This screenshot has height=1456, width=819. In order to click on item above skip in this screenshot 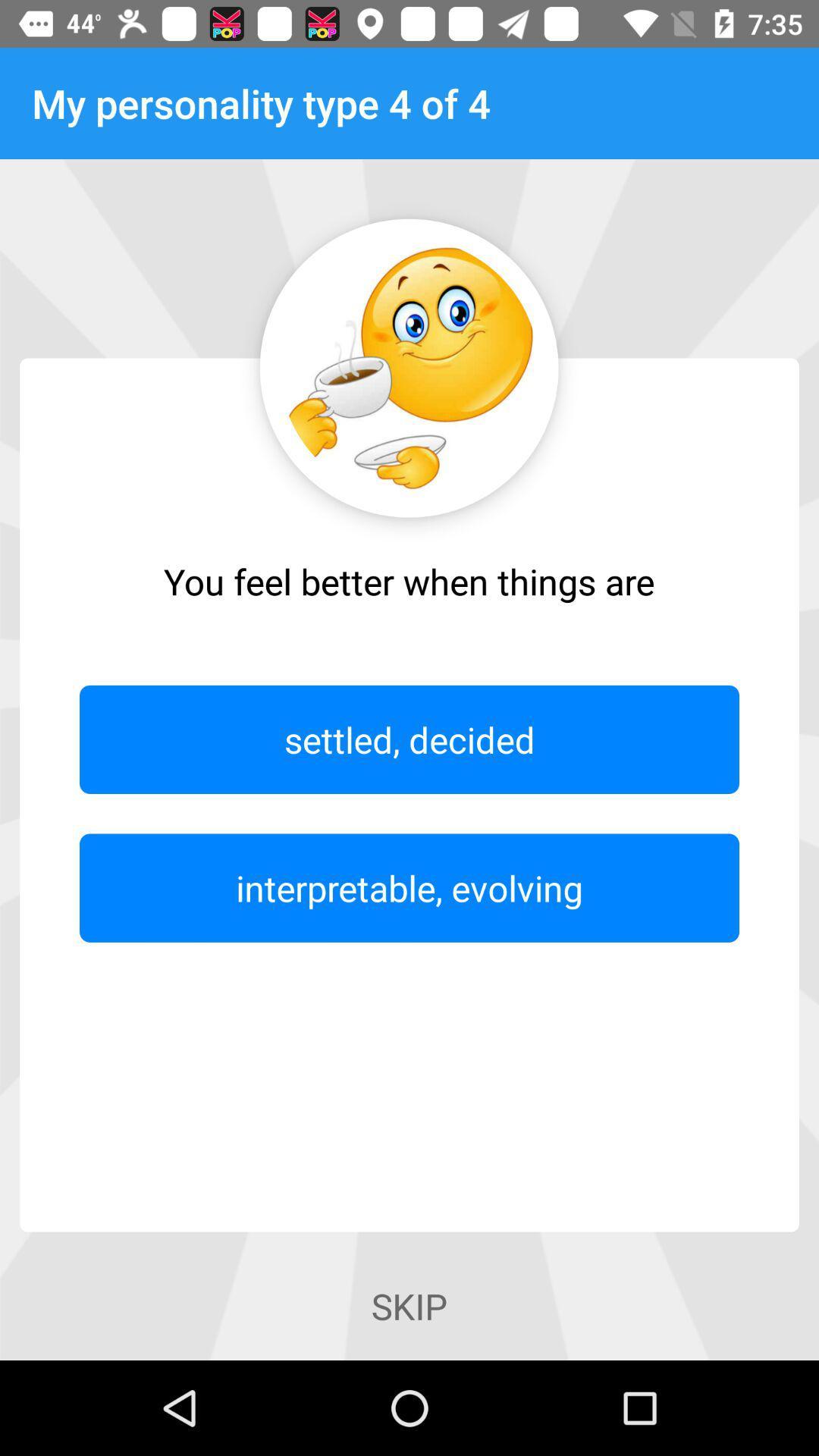, I will do `click(409, 888)`.